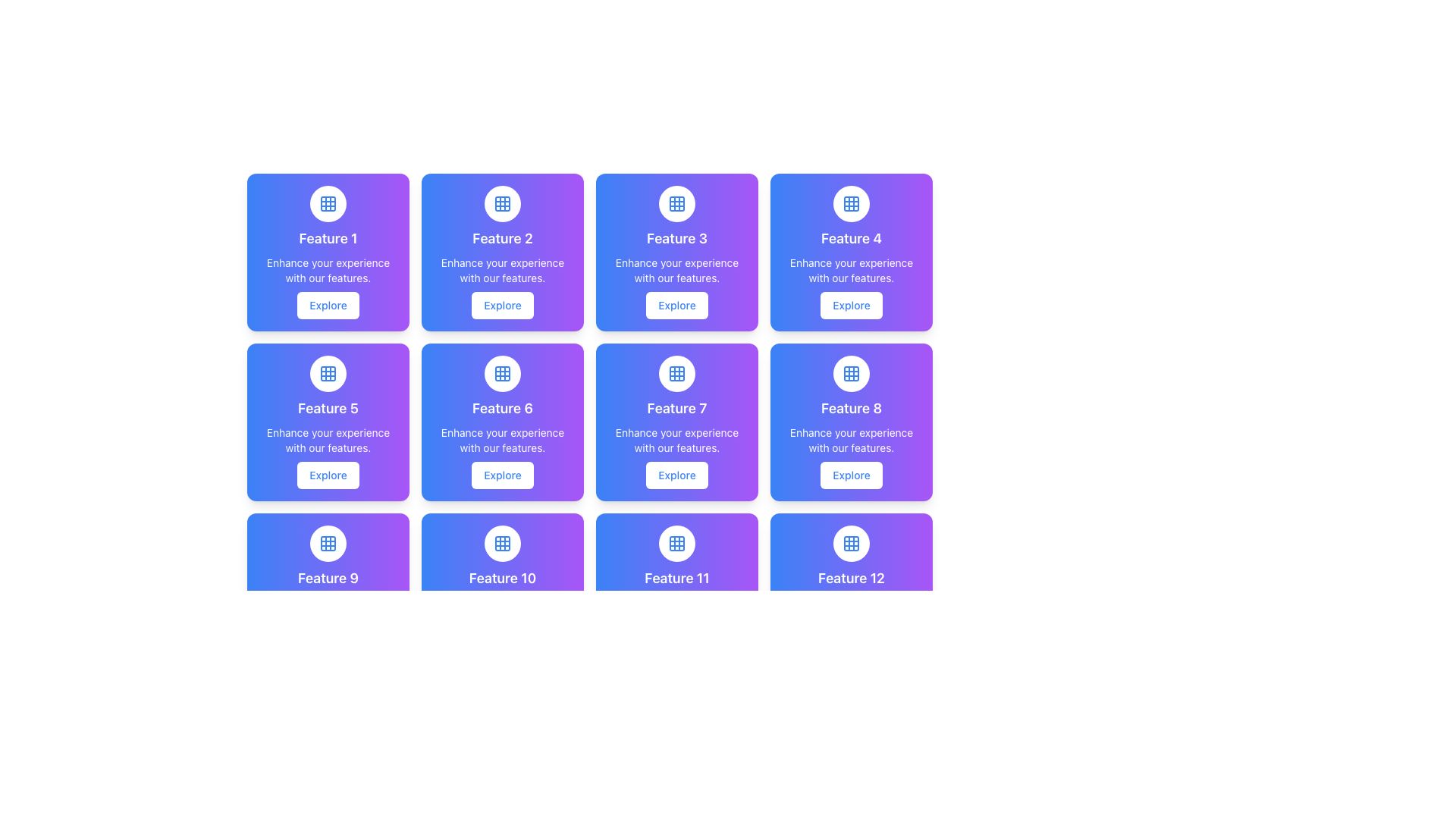 This screenshot has width=1456, height=819. What do you see at coordinates (852, 270) in the screenshot?
I see `the static text element located in the fourth card of the grid layout, which provides additional context below the title 'Feature 4' and above the 'Explore' button` at bounding box center [852, 270].